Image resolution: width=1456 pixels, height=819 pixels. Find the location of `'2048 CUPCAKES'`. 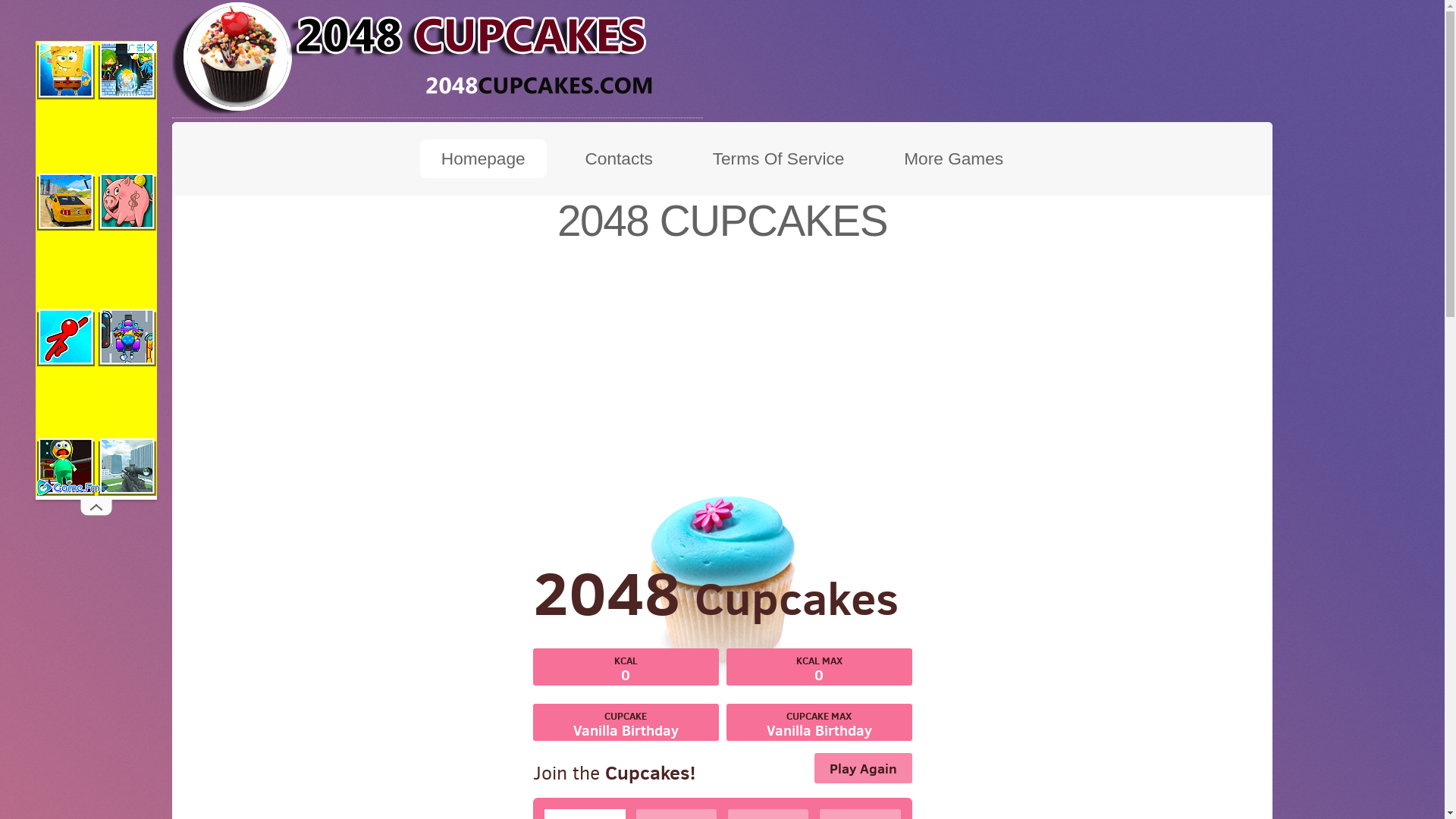

'2048 CUPCAKES' is located at coordinates (436, 55).